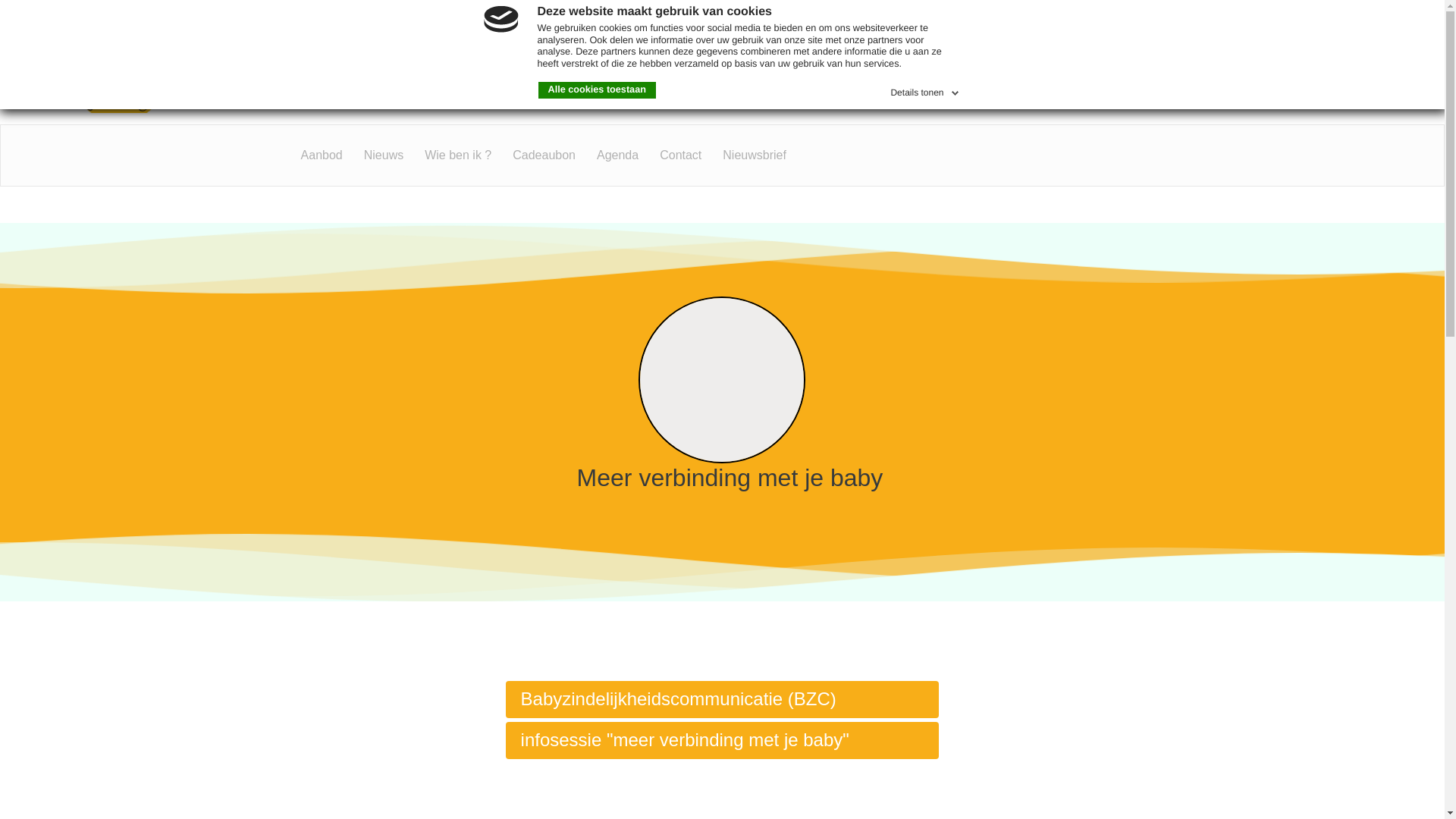 Image resolution: width=1456 pixels, height=819 pixels. Describe the element at coordinates (301, 155) in the screenshot. I see `'Aanbod'` at that location.